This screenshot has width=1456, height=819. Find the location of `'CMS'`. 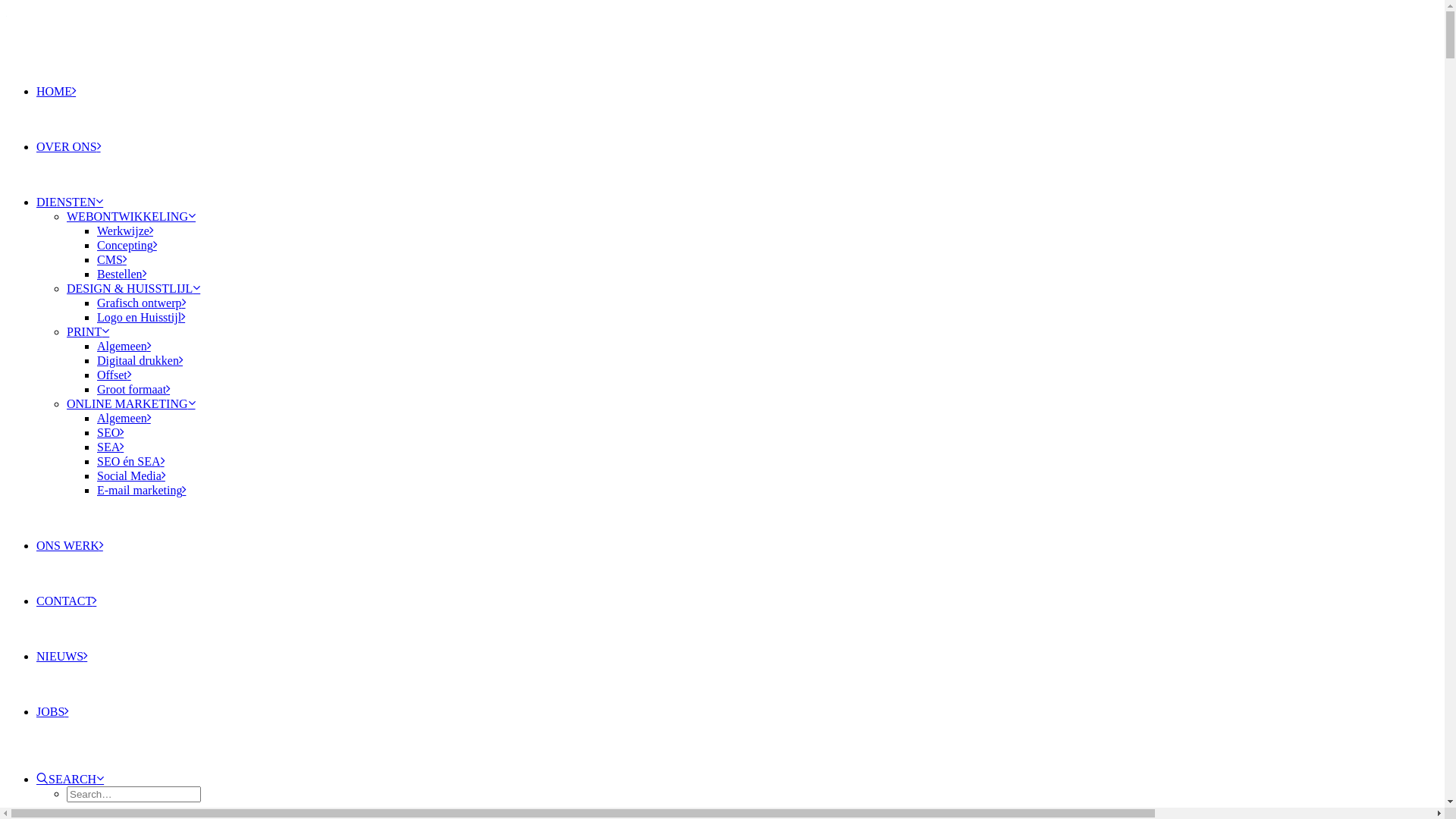

'CMS' is located at coordinates (111, 259).